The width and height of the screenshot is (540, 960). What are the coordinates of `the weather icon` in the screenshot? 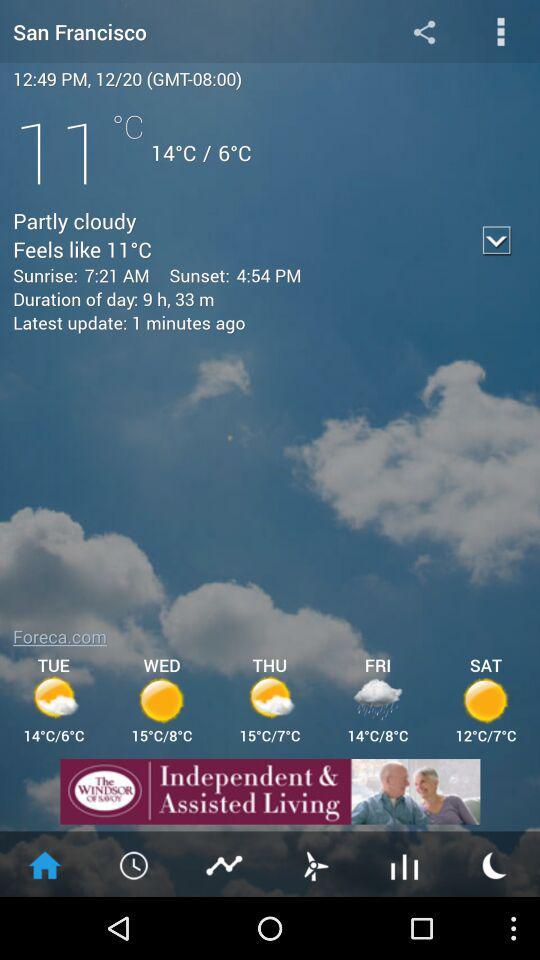 It's located at (494, 925).